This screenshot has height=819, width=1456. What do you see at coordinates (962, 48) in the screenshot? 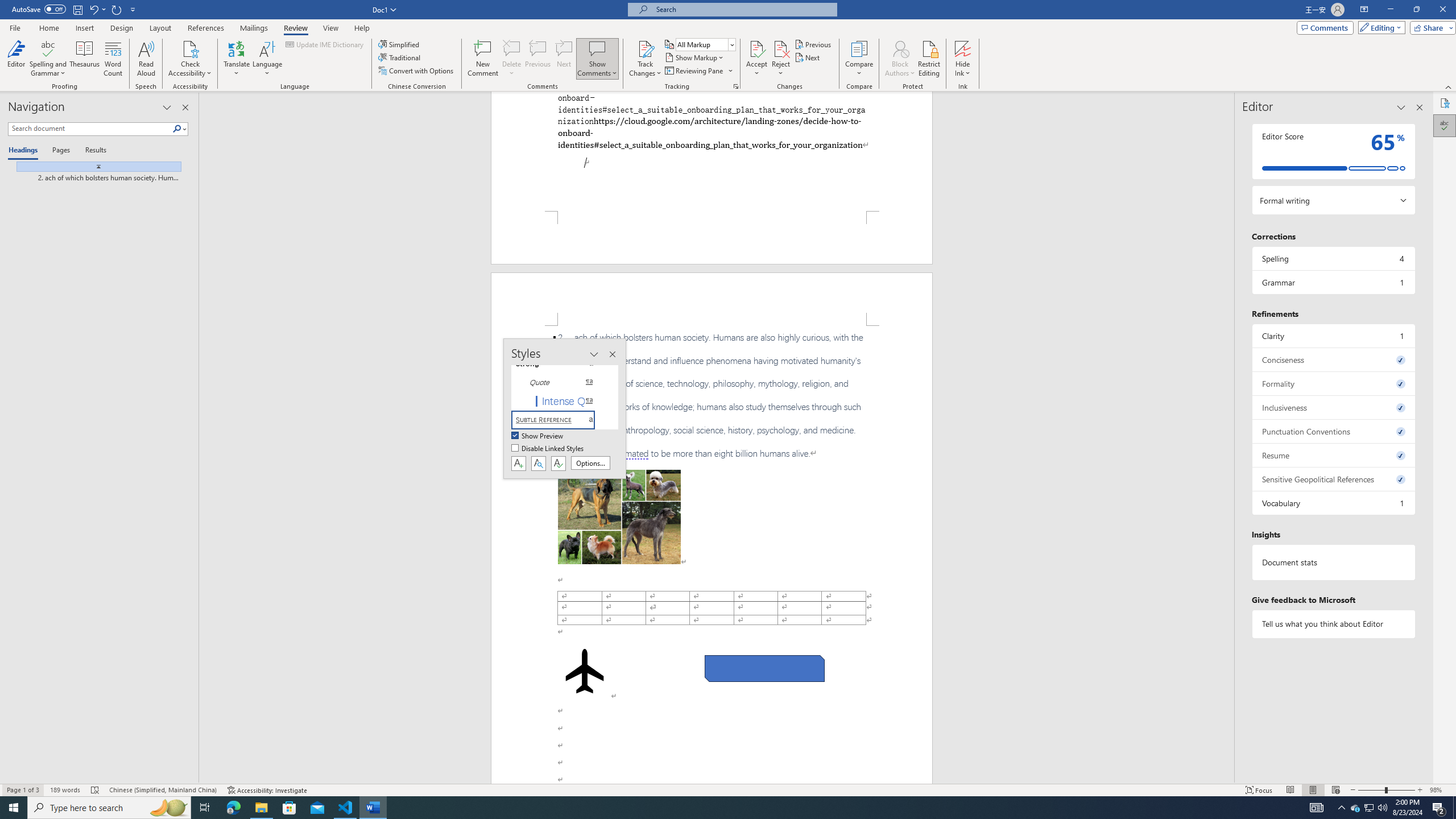
I see `'Hide Ink'` at bounding box center [962, 48].